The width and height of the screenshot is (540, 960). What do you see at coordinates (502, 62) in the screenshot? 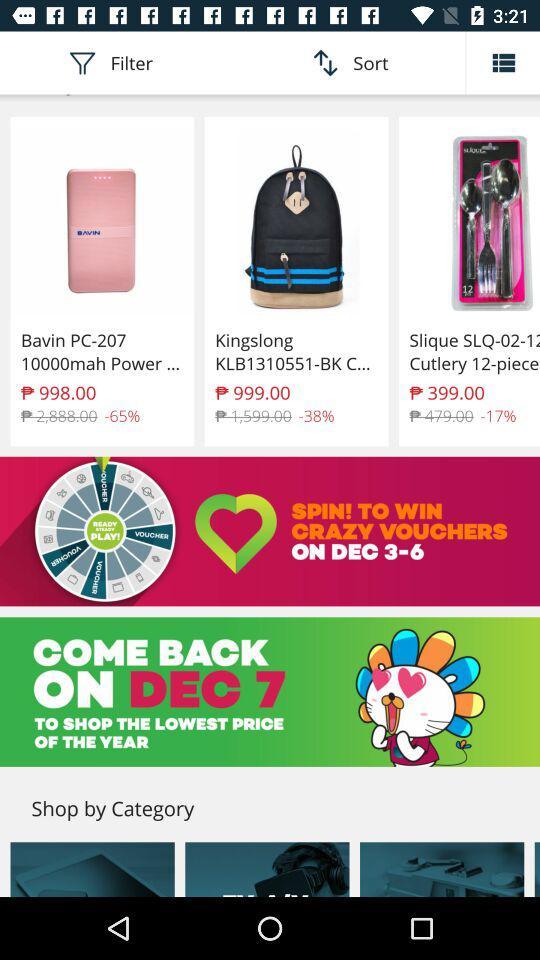
I see `the list icon` at bounding box center [502, 62].